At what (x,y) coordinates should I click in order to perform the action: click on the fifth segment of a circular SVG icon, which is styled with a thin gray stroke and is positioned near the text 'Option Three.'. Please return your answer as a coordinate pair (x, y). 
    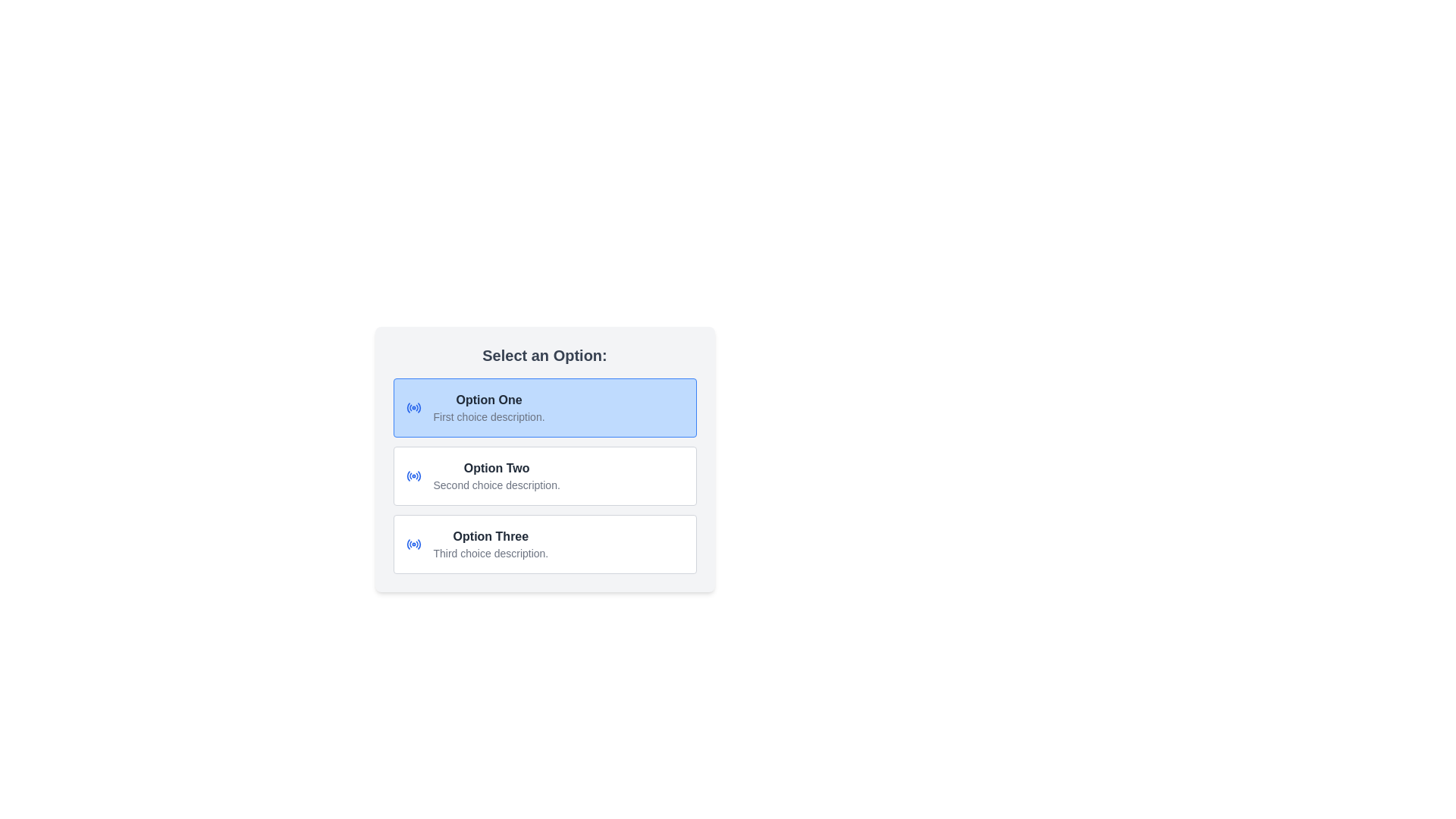
    Looking at the image, I should click on (419, 543).